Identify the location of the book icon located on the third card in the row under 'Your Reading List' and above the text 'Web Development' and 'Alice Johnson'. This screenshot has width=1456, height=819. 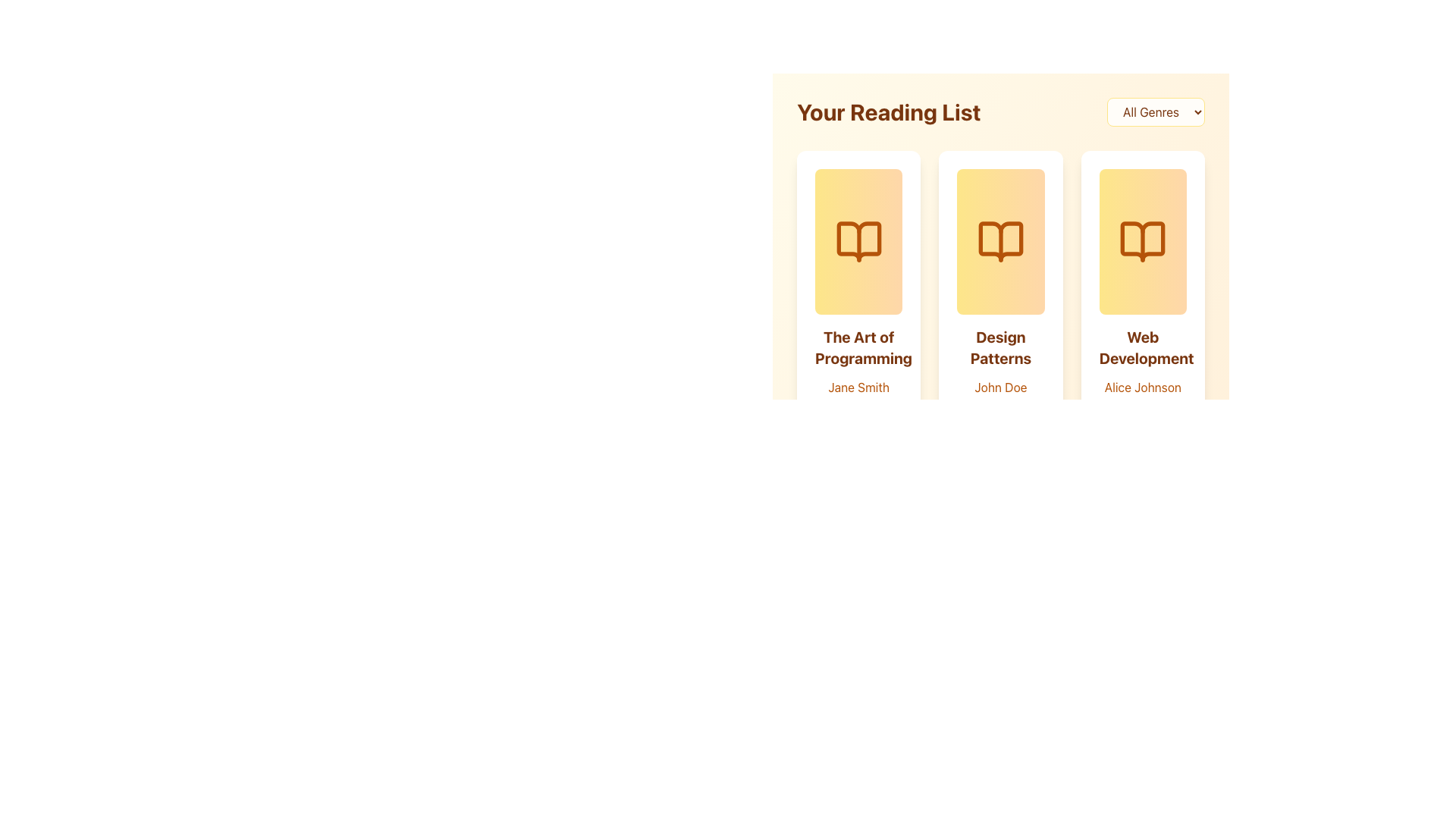
(1143, 241).